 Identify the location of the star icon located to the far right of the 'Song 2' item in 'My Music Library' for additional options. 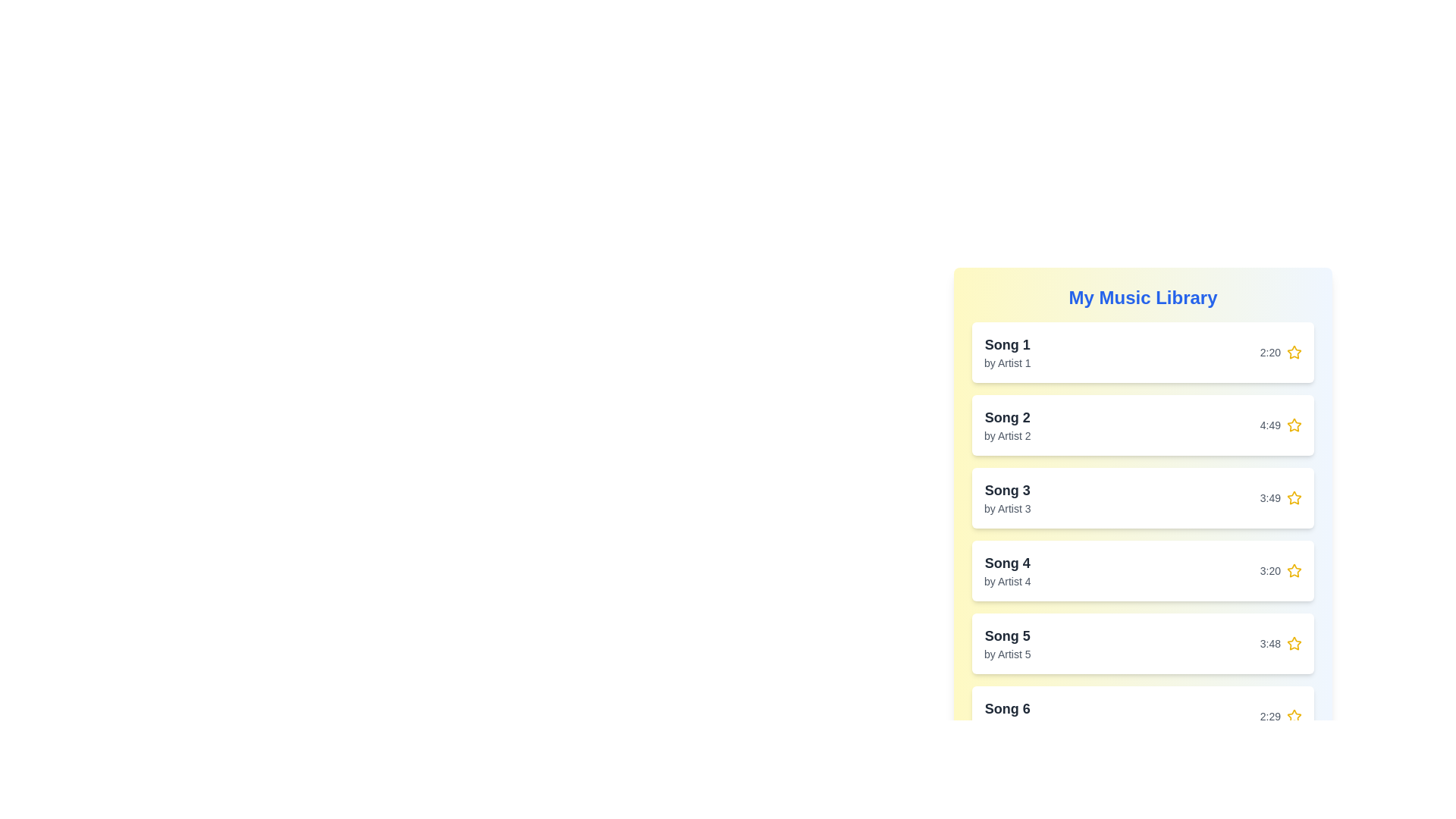
(1294, 425).